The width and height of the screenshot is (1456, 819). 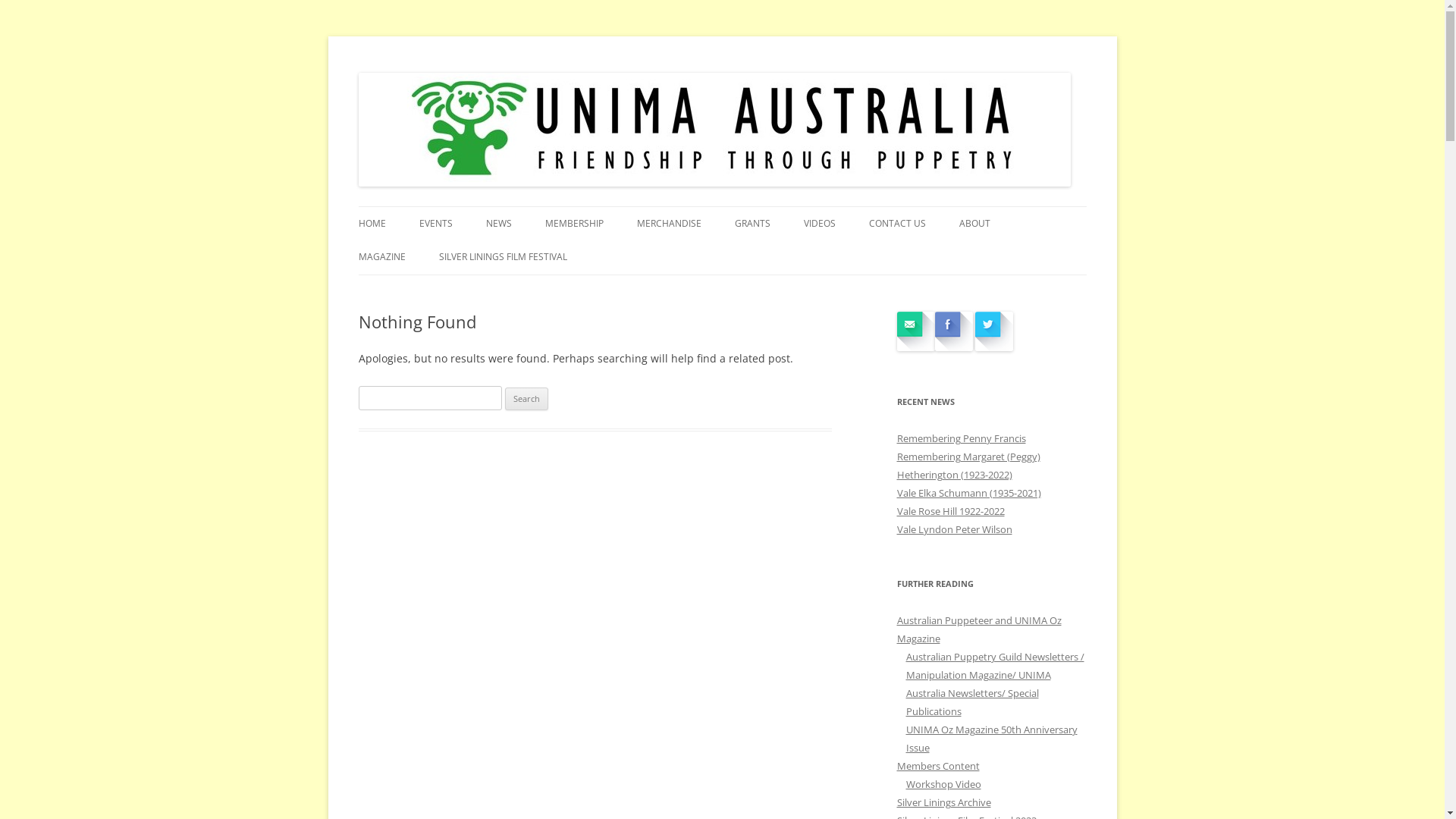 I want to click on 'Vale Rose Hill 1922-2022', so click(x=949, y=511).